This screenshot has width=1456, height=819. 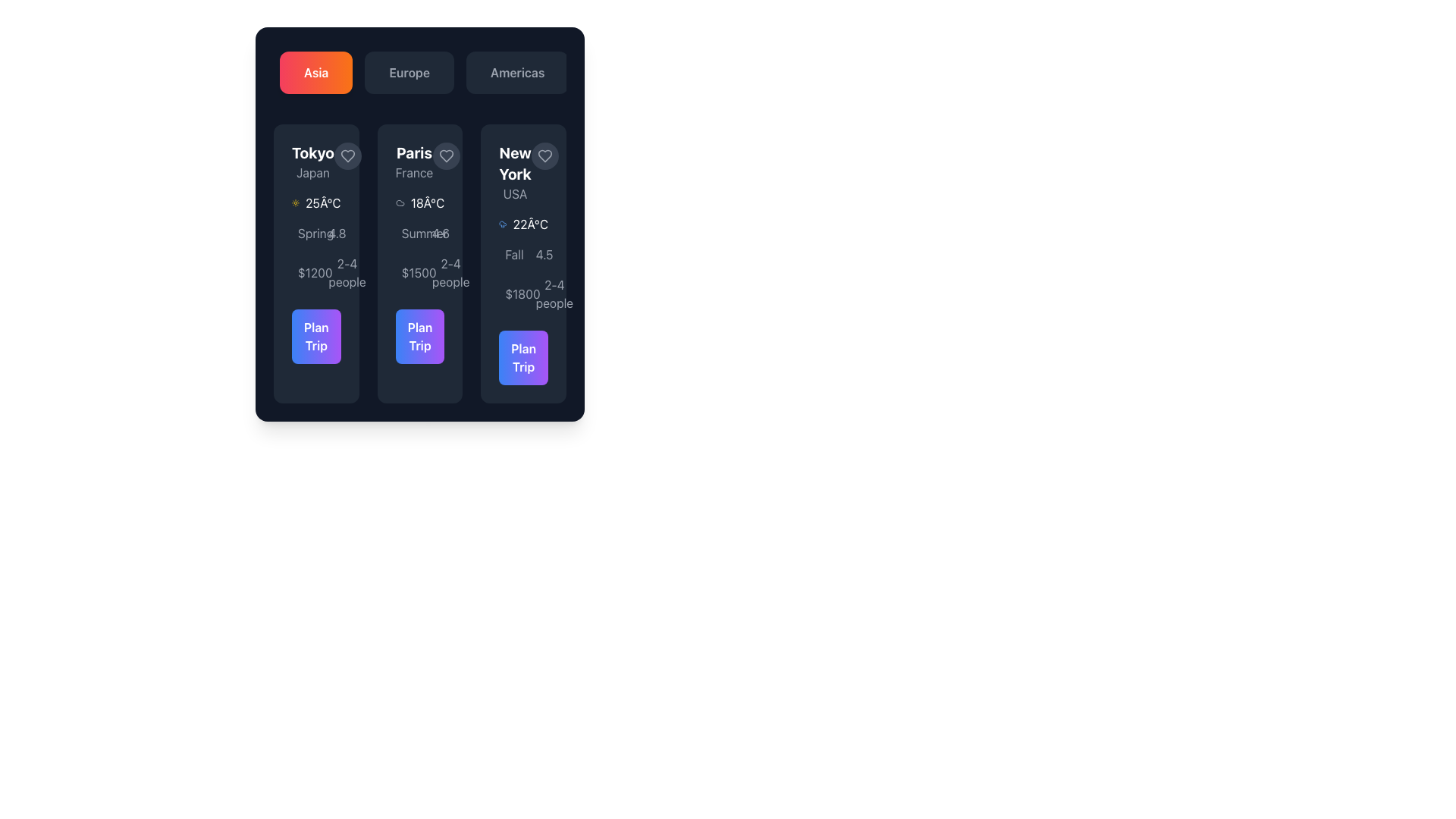 What do you see at coordinates (446, 155) in the screenshot?
I see `the heart icon located in the center-top section of the card labeled 'Paris, France'` at bounding box center [446, 155].